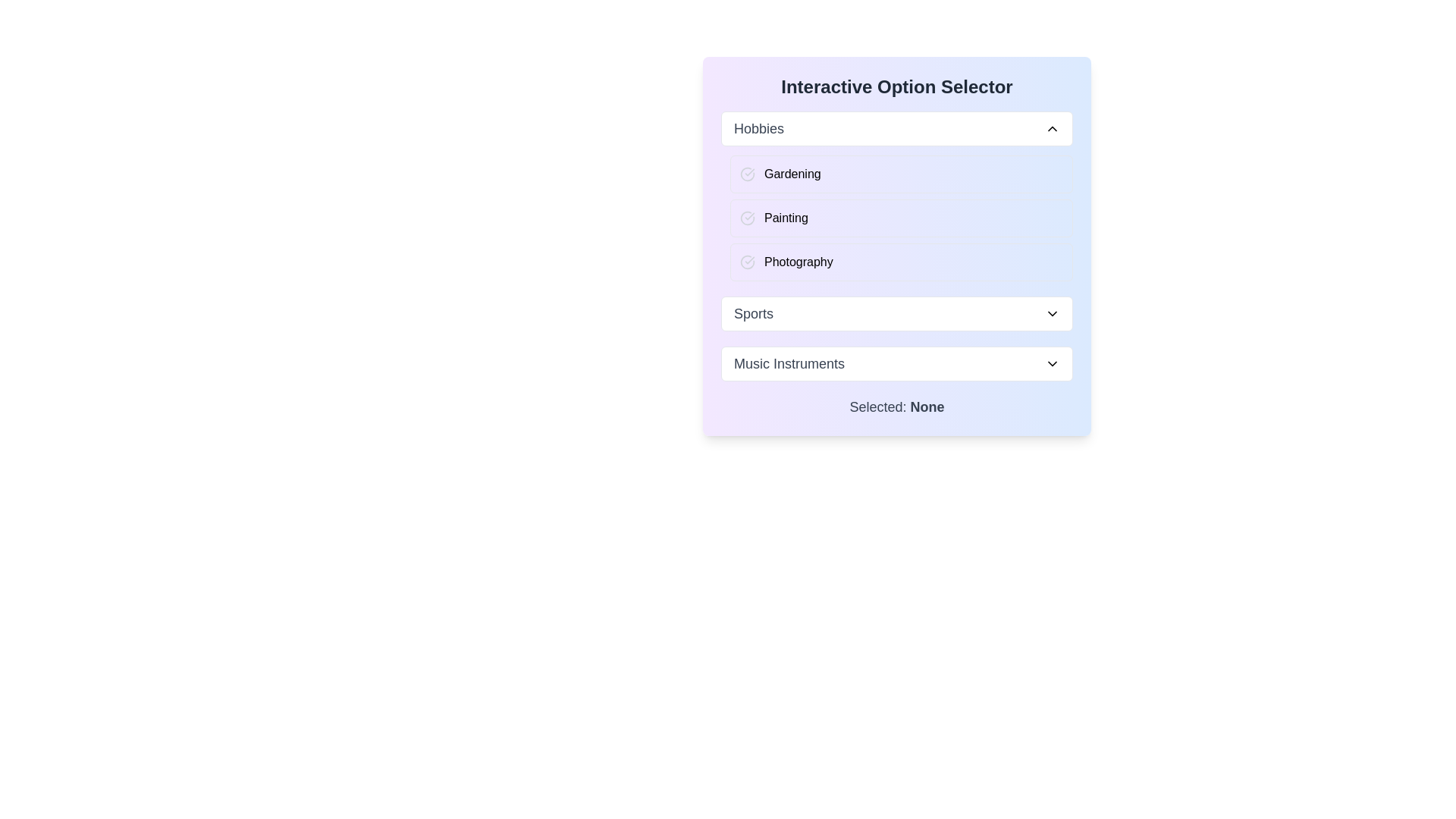 The image size is (1456, 819). Describe the element at coordinates (902, 218) in the screenshot. I see `on the selectable list item representing 'Painting' in the hobbies category` at that location.